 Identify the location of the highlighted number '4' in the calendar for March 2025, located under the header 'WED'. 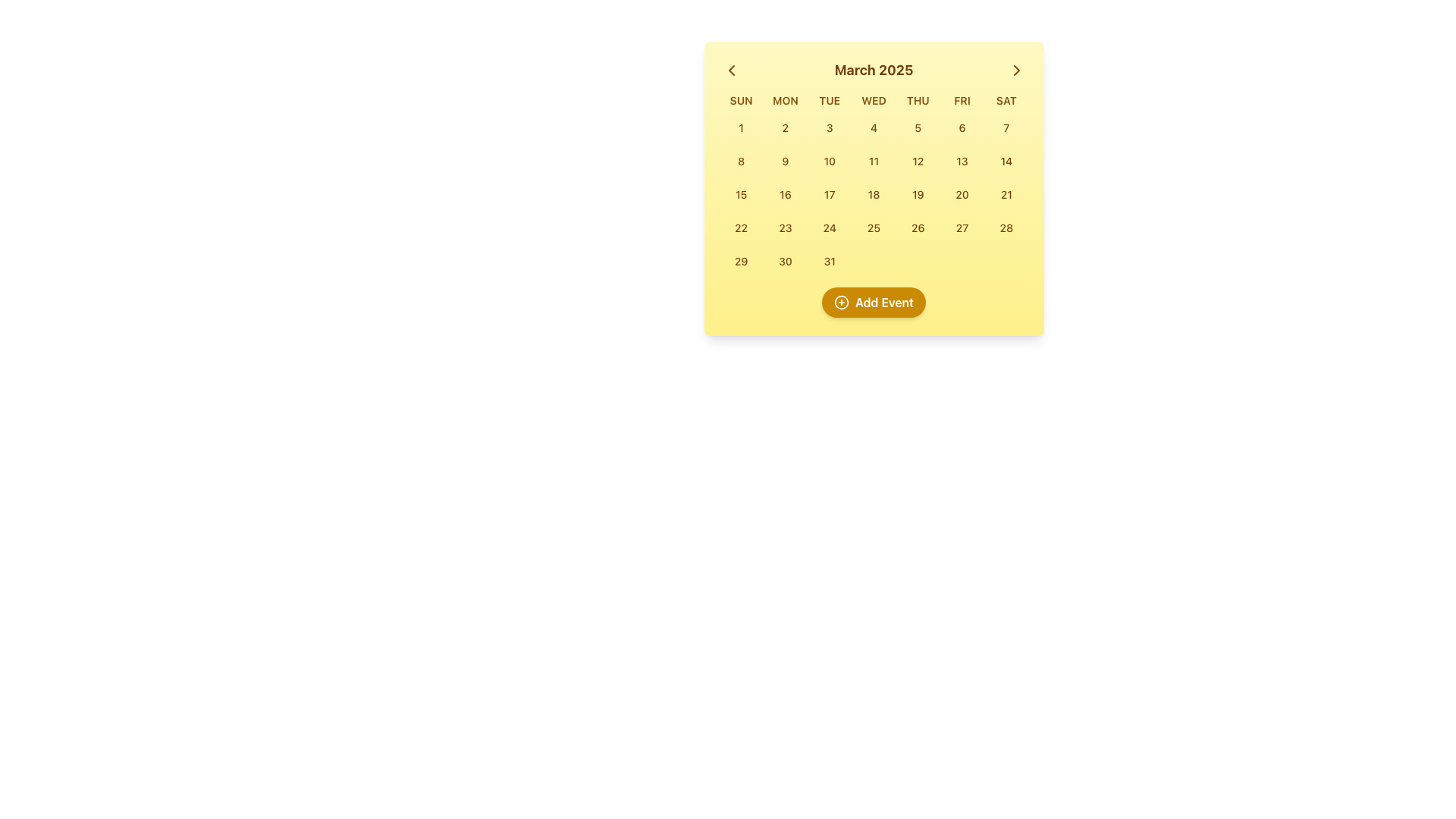
(874, 127).